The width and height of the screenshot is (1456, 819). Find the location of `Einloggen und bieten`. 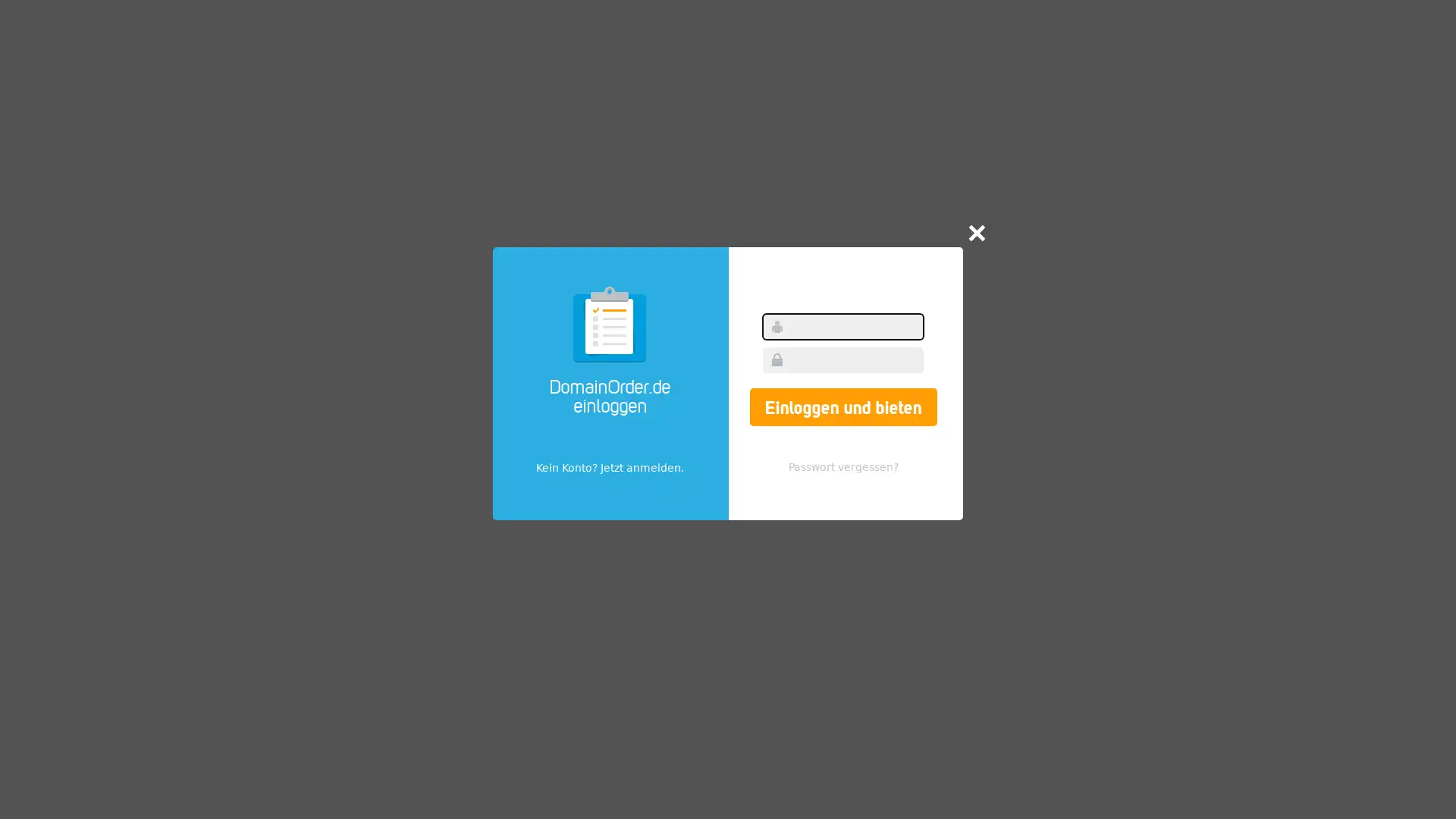

Einloggen und bieten is located at coordinates (842, 406).